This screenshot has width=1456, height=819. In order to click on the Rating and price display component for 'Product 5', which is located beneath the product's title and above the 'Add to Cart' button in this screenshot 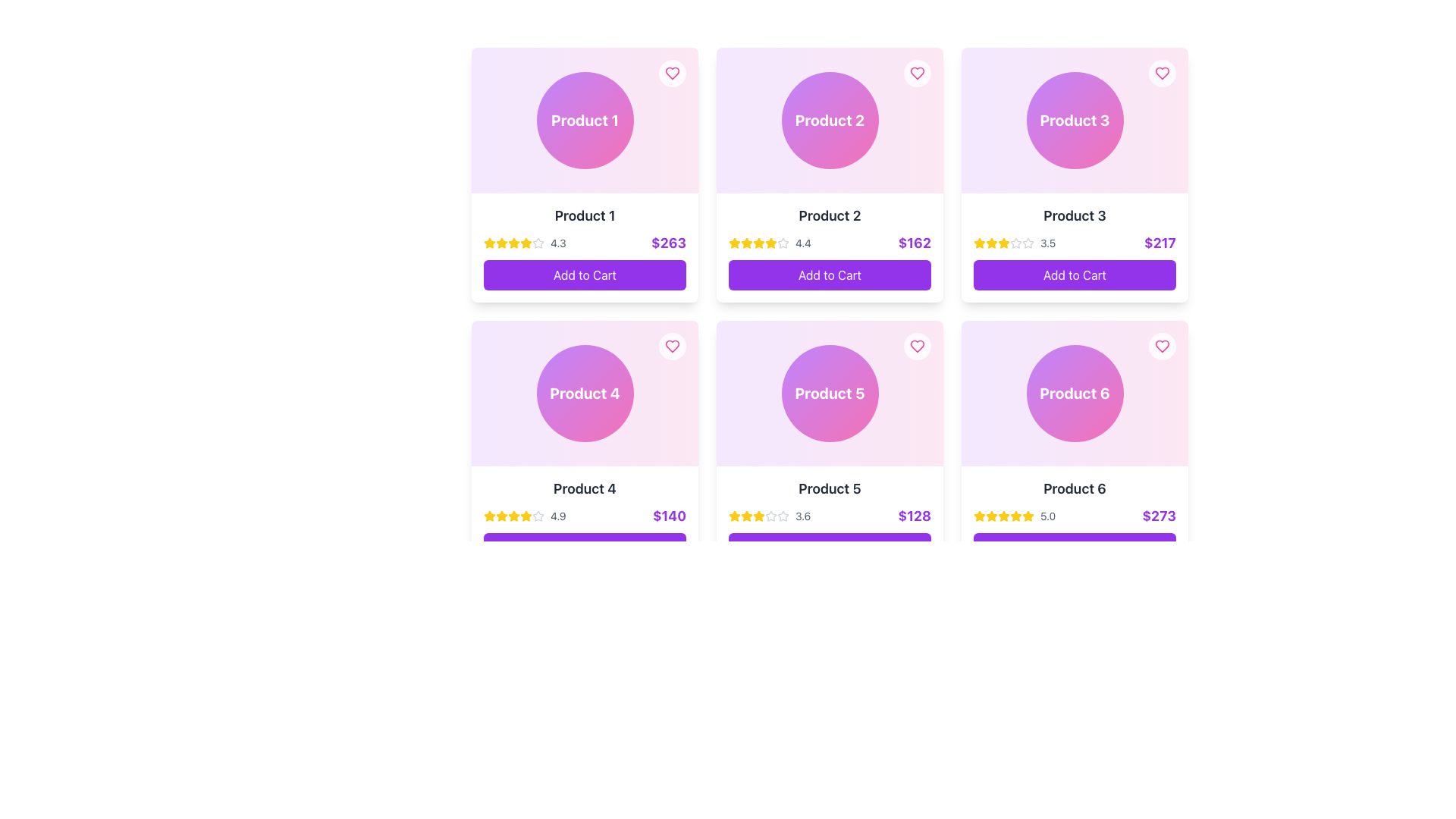, I will do `click(829, 516)`.